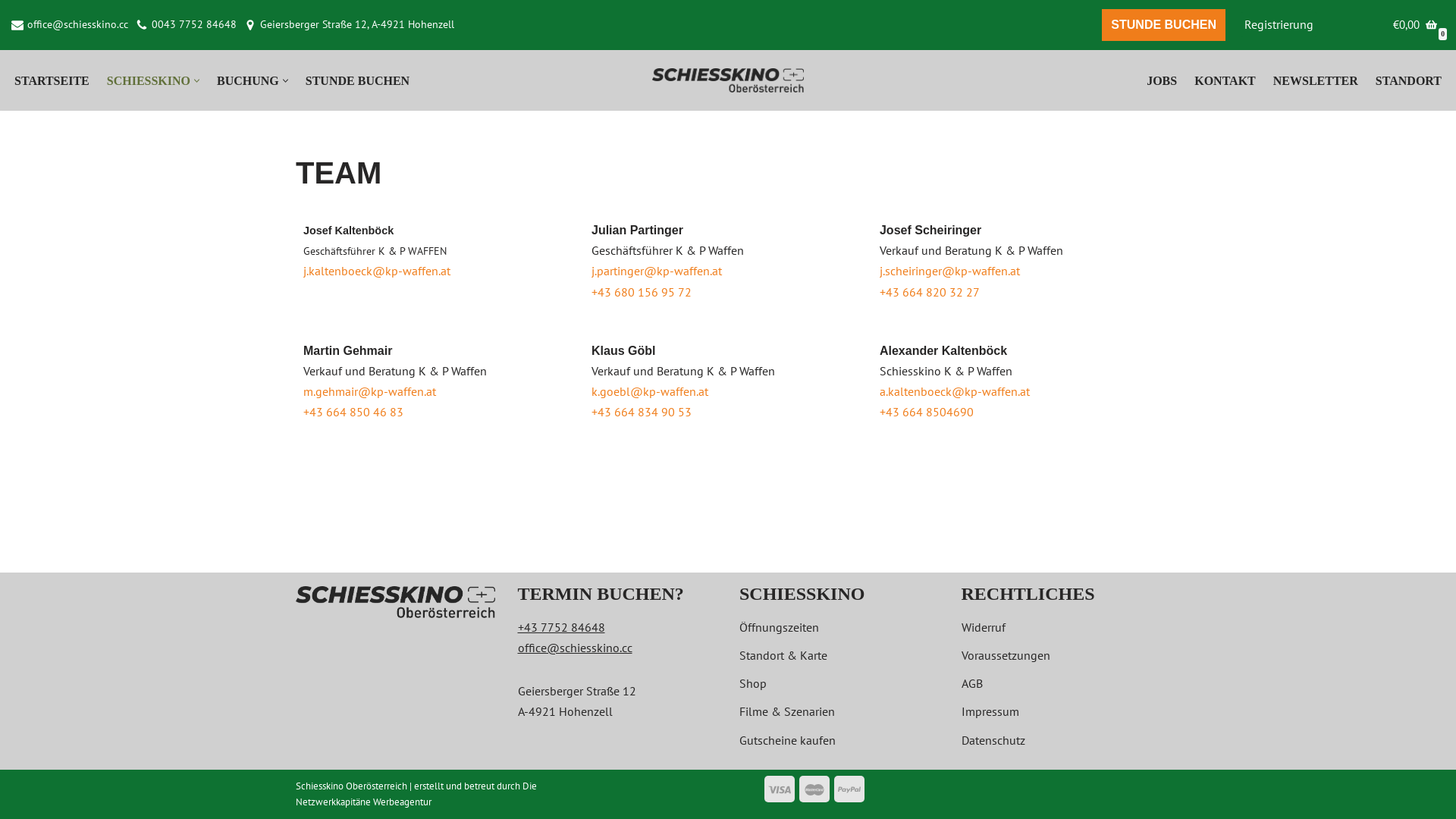 The width and height of the screenshot is (1456, 819). What do you see at coordinates (928, 292) in the screenshot?
I see `'+43 664 820 32 27'` at bounding box center [928, 292].